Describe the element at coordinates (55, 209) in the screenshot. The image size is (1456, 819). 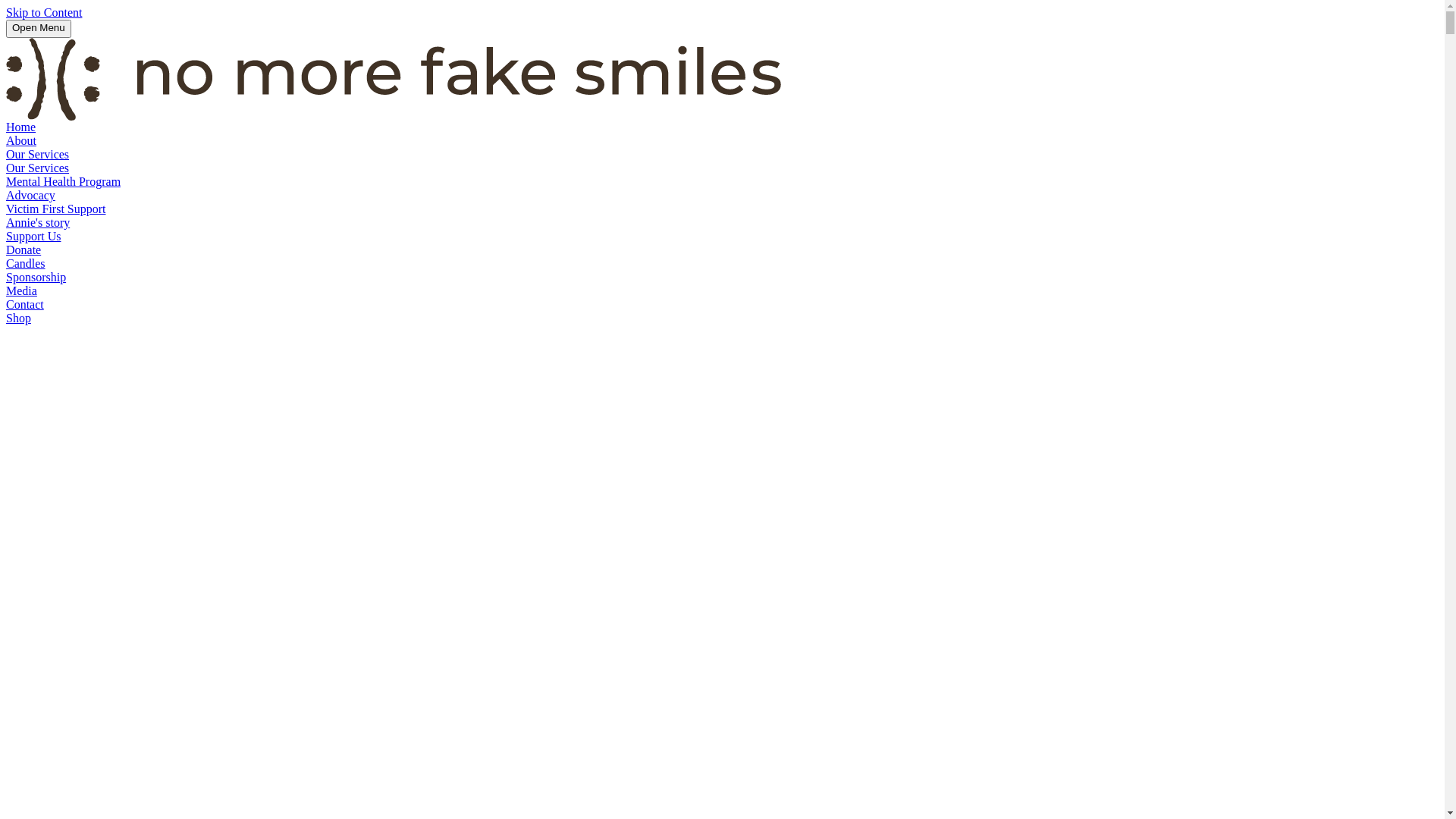
I see `'Victim First Support'` at that location.